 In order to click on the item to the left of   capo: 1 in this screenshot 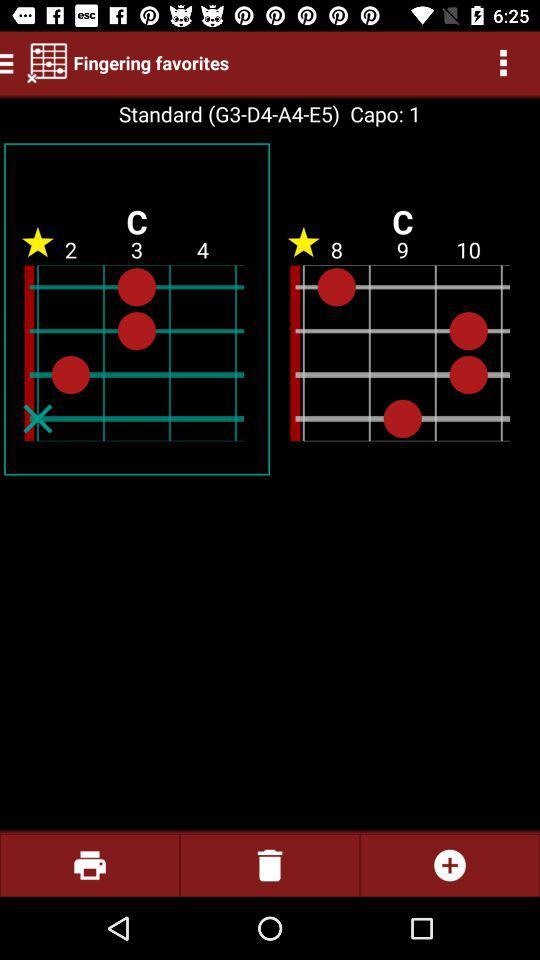, I will do `click(228, 114)`.